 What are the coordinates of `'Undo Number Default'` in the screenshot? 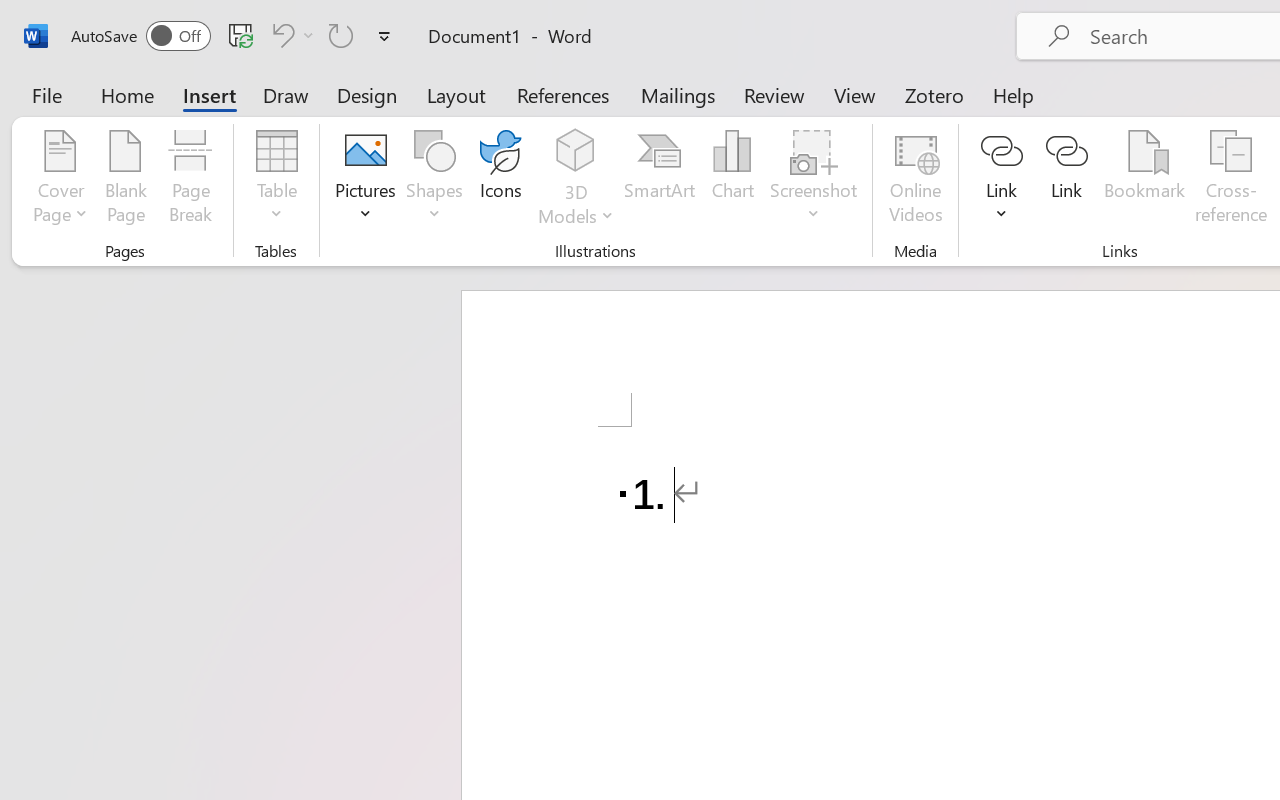 It's located at (279, 34).